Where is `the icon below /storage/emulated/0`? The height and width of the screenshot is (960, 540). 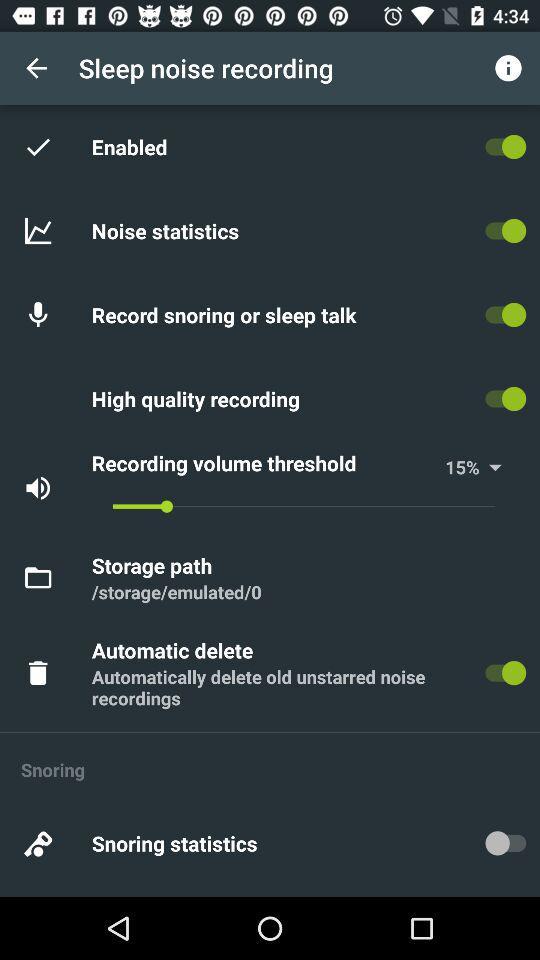 the icon below /storage/emulated/0 is located at coordinates (175, 649).